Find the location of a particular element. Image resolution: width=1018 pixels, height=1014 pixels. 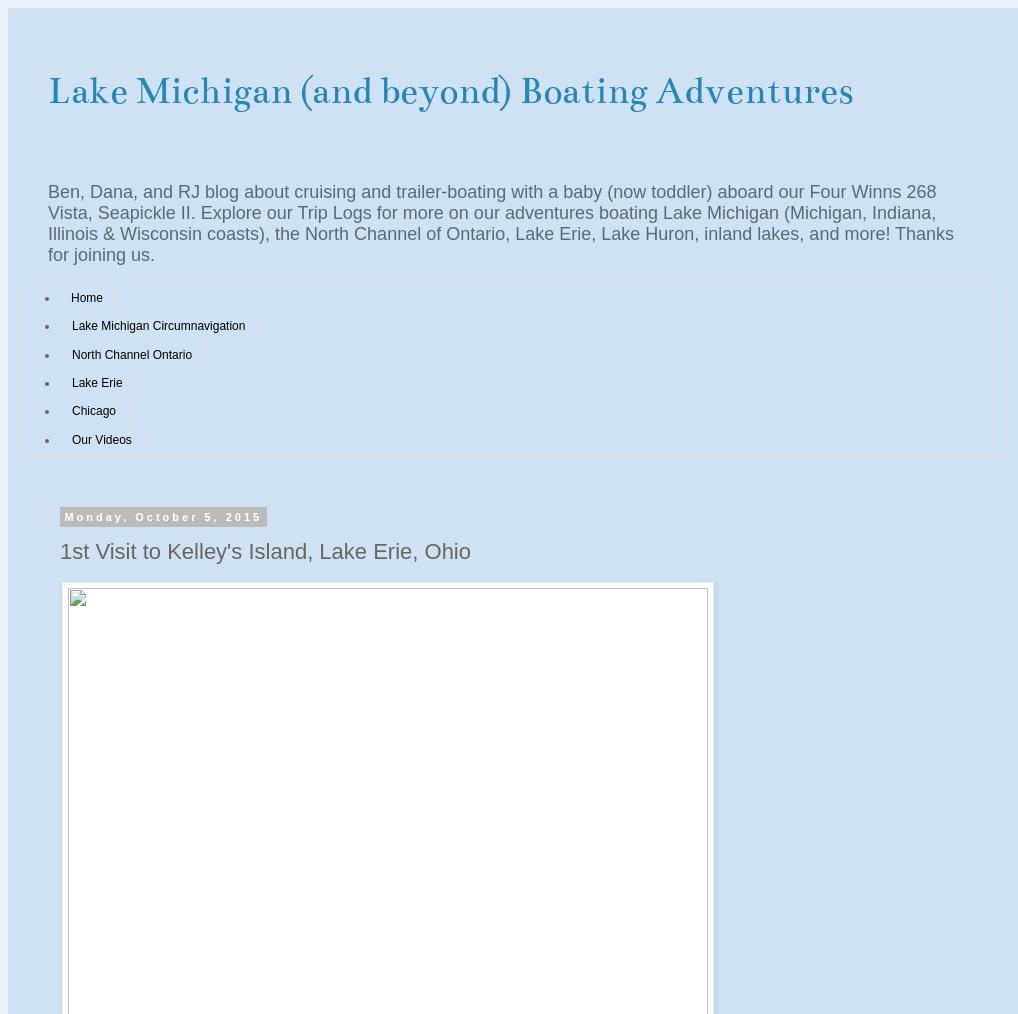

'Ben, Dana, and RJ blog about cruising and trailer-boating with a baby (now toddler) aboard our Four Winns 268 Vista, Seapickle II.  Explore our Trip Logs for more on our adventures boating Lake Michigan (Michigan,  Indiana, Illinois & Wisconsin coasts), the North Channel of Ontario, Lake Erie, Lake Huron, inland lakes, and more! Thanks for joining us.' is located at coordinates (500, 221).